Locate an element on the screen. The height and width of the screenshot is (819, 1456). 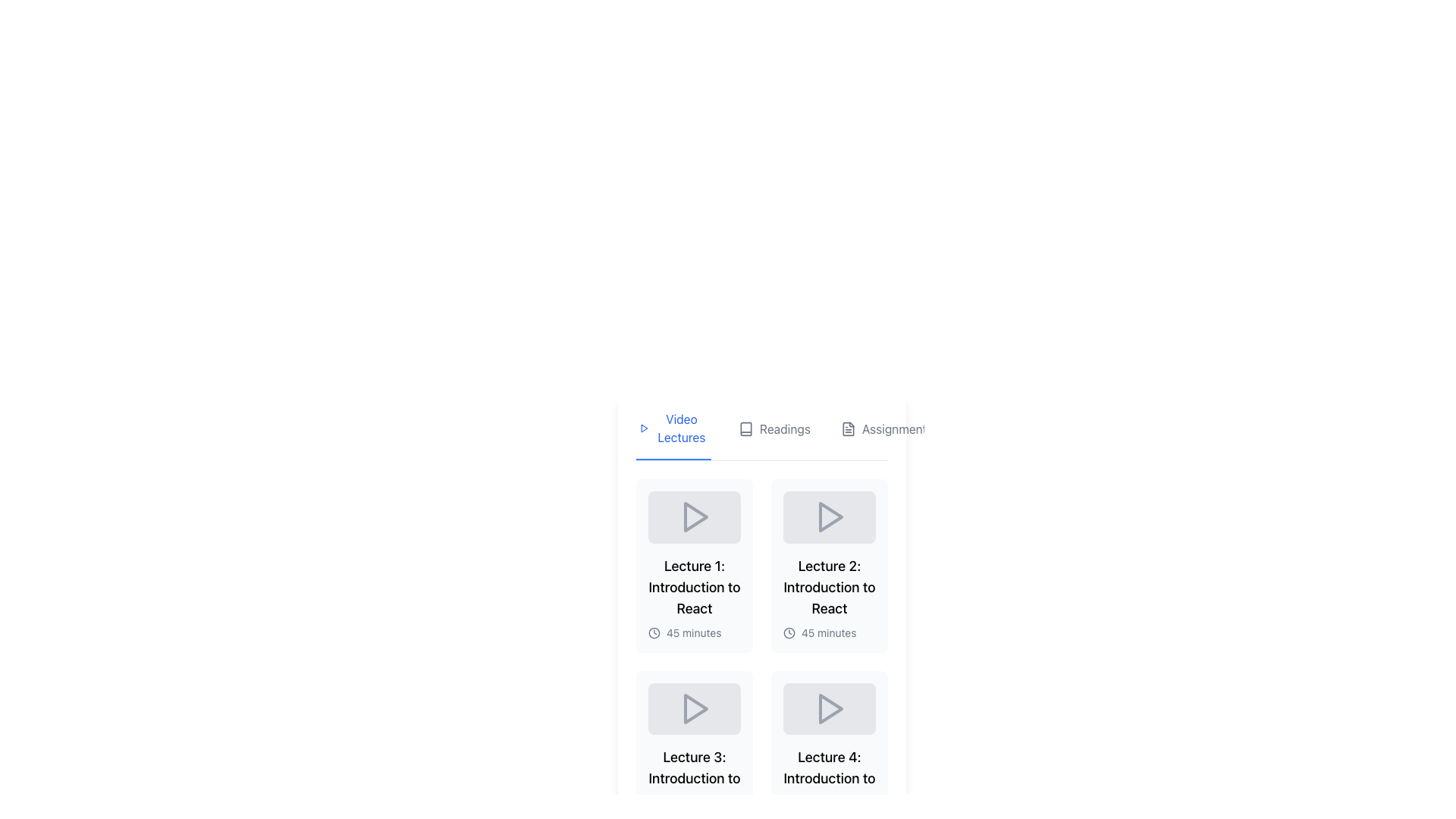
the play button located in the third lecture card of the video lectures grid layout is located at coordinates (694, 708).